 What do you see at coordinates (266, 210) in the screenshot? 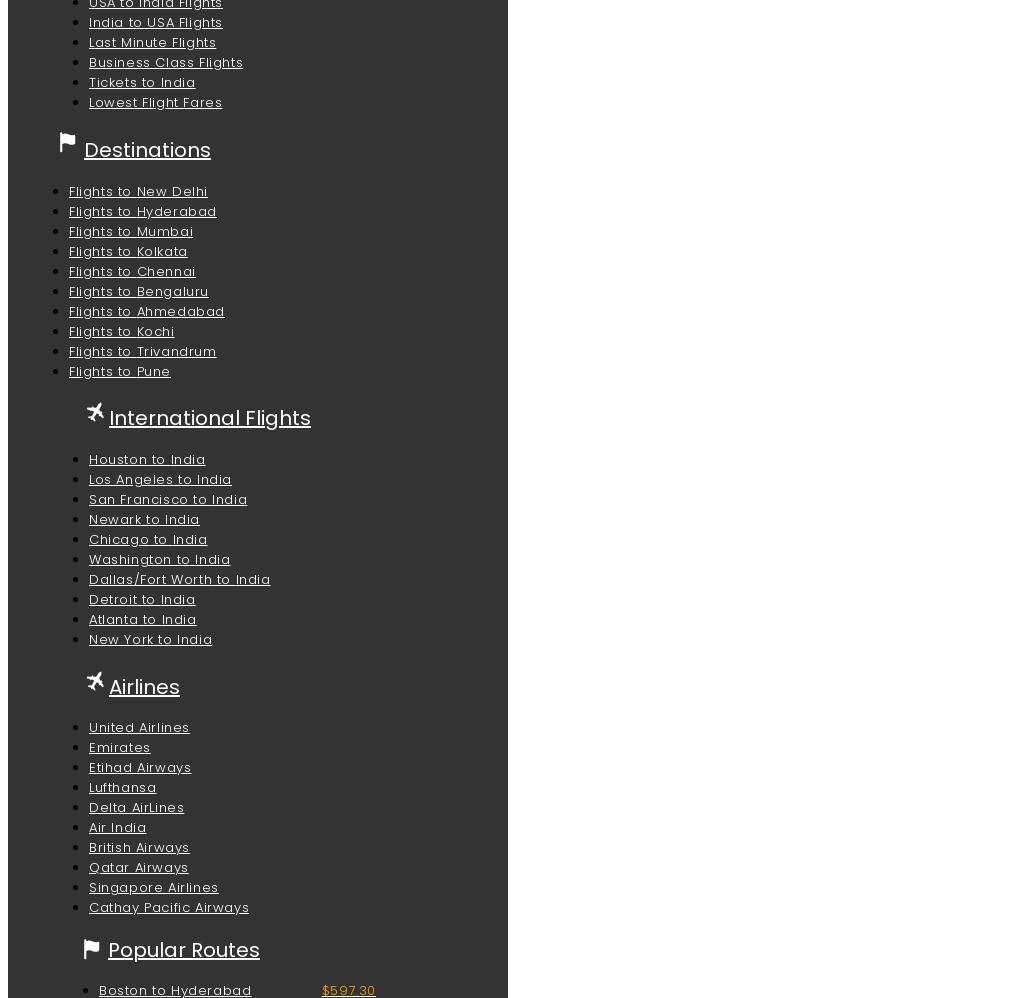
I see `'Travel to Srinagar before the beginning or the end of major festivals and peak tourist seasons'` at bounding box center [266, 210].